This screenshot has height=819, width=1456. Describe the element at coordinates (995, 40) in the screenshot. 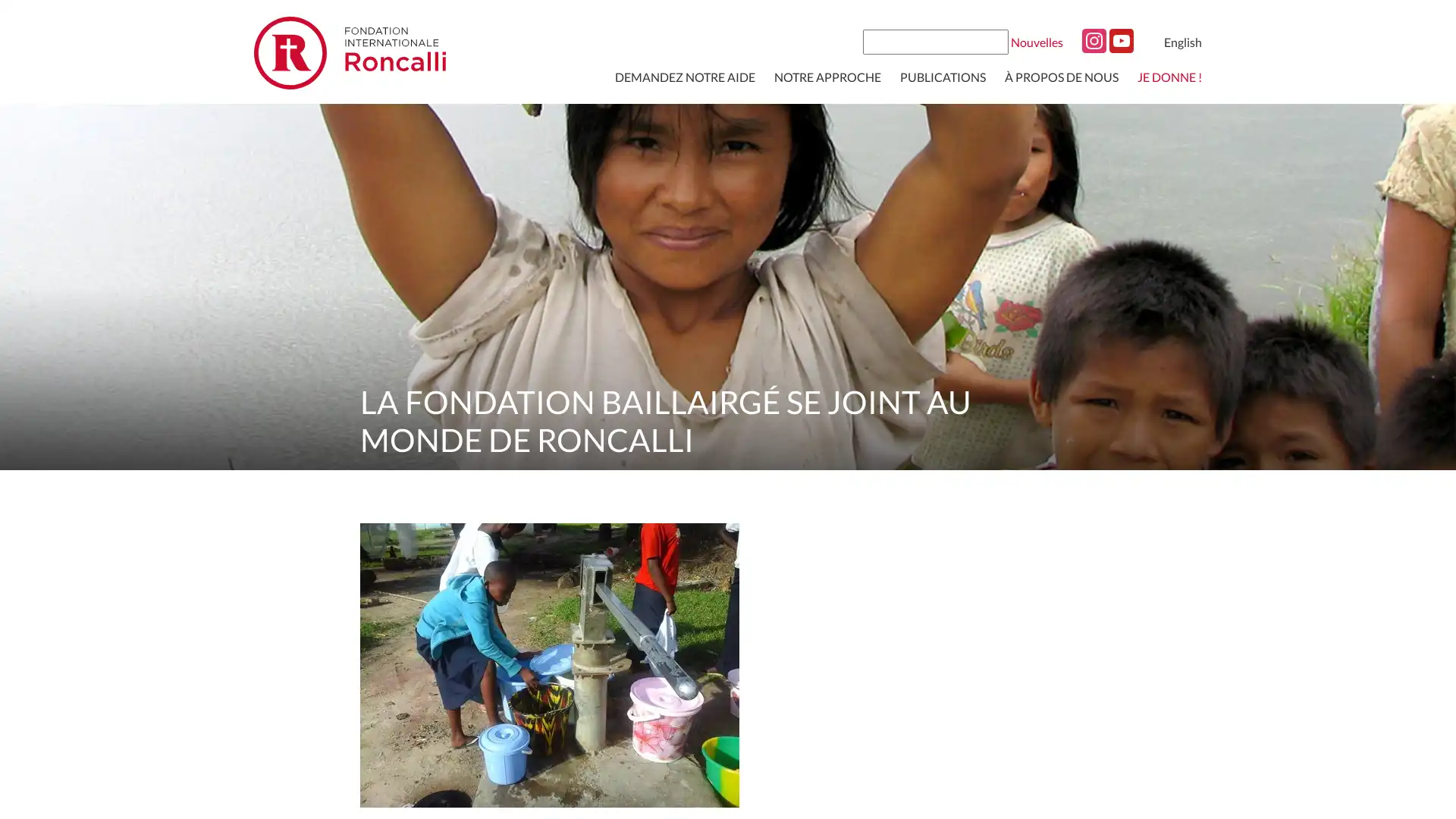

I see `Chercher` at that location.